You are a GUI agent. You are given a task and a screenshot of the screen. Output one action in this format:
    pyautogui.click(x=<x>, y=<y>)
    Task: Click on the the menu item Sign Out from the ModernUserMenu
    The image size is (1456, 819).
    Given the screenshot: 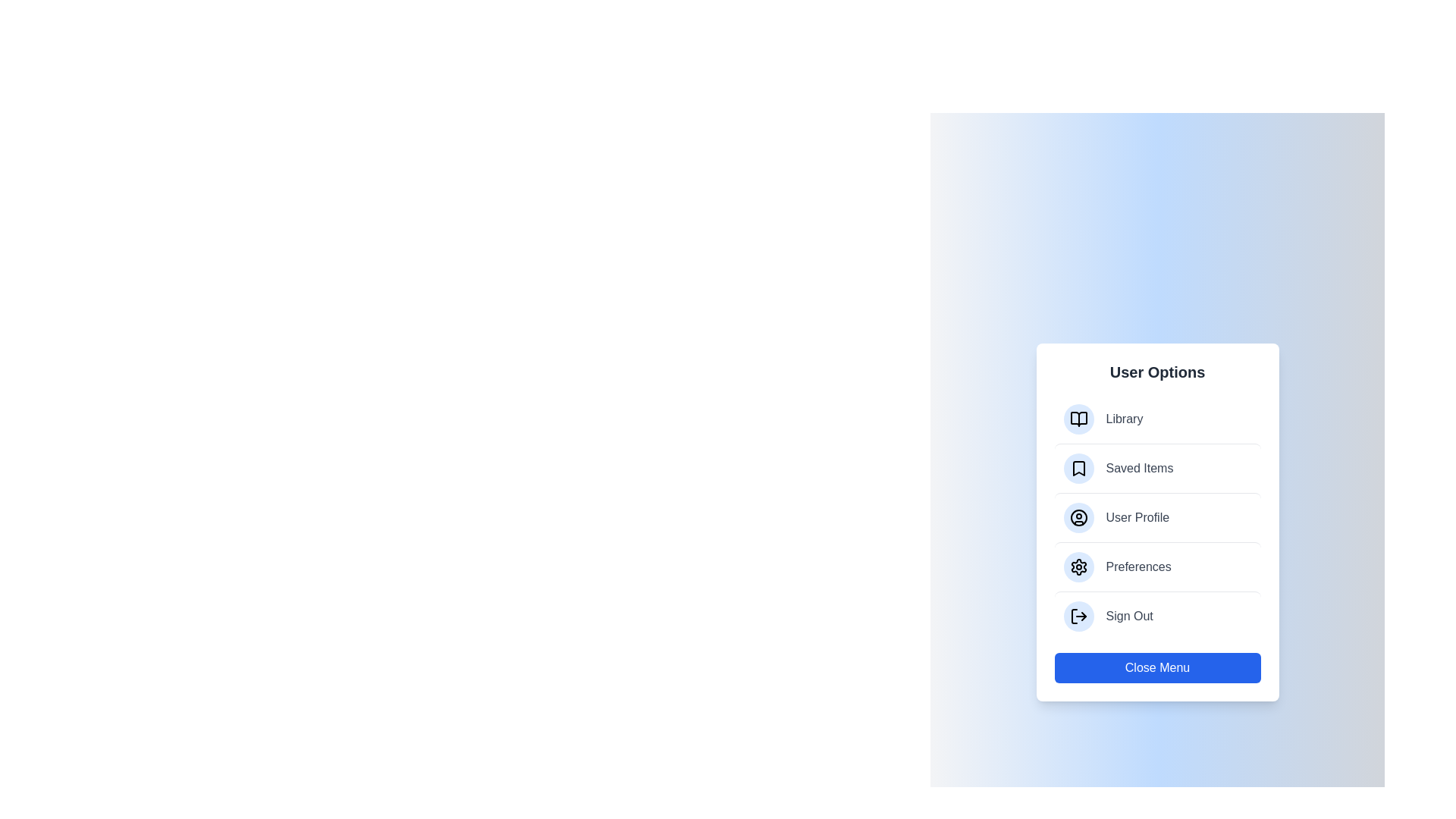 What is the action you would take?
    pyautogui.click(x=1156, y=616)
    